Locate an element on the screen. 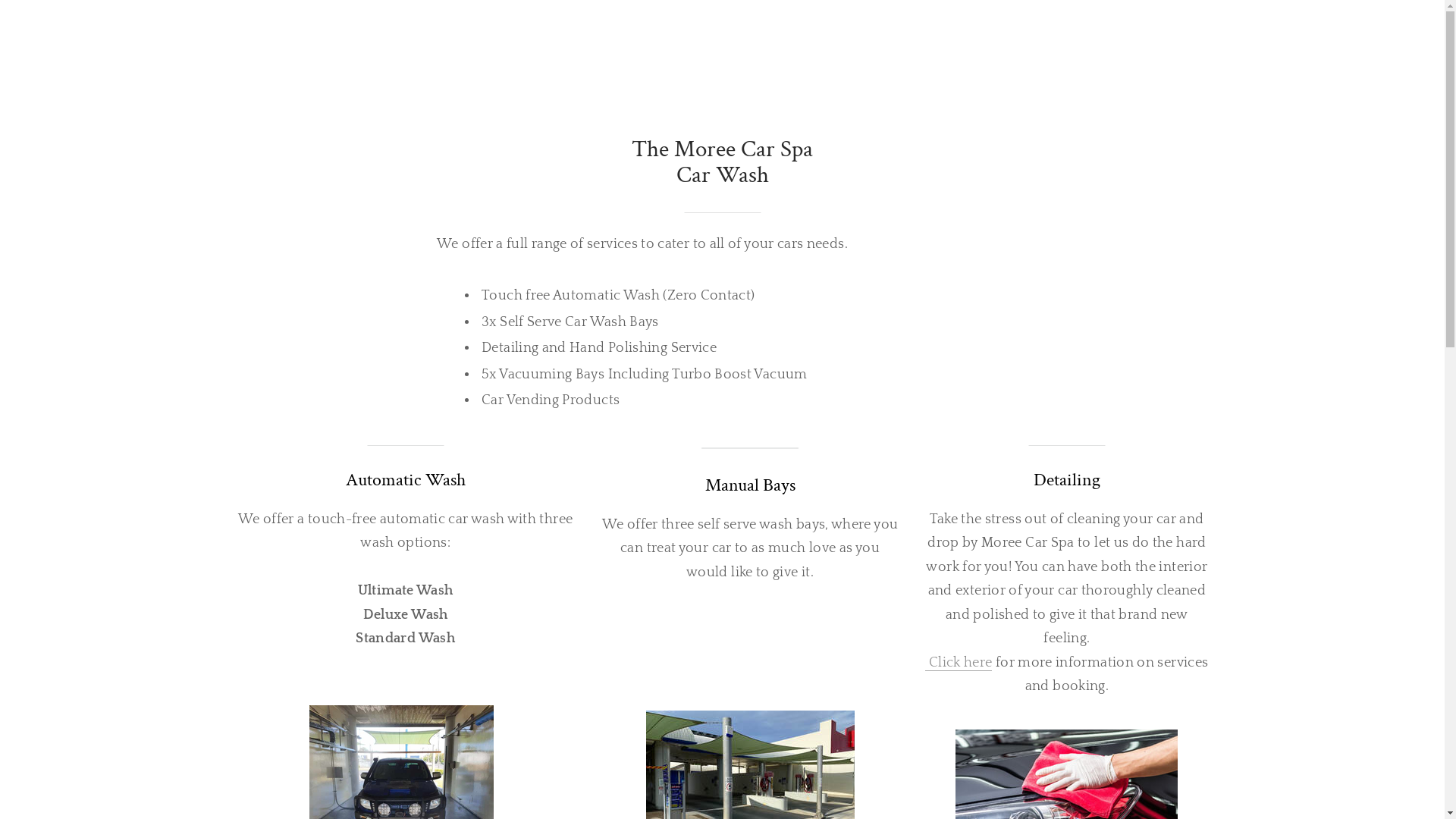 This screenshot has height=819, width=1456. ' Click here' is located at coordinates (957, 662).